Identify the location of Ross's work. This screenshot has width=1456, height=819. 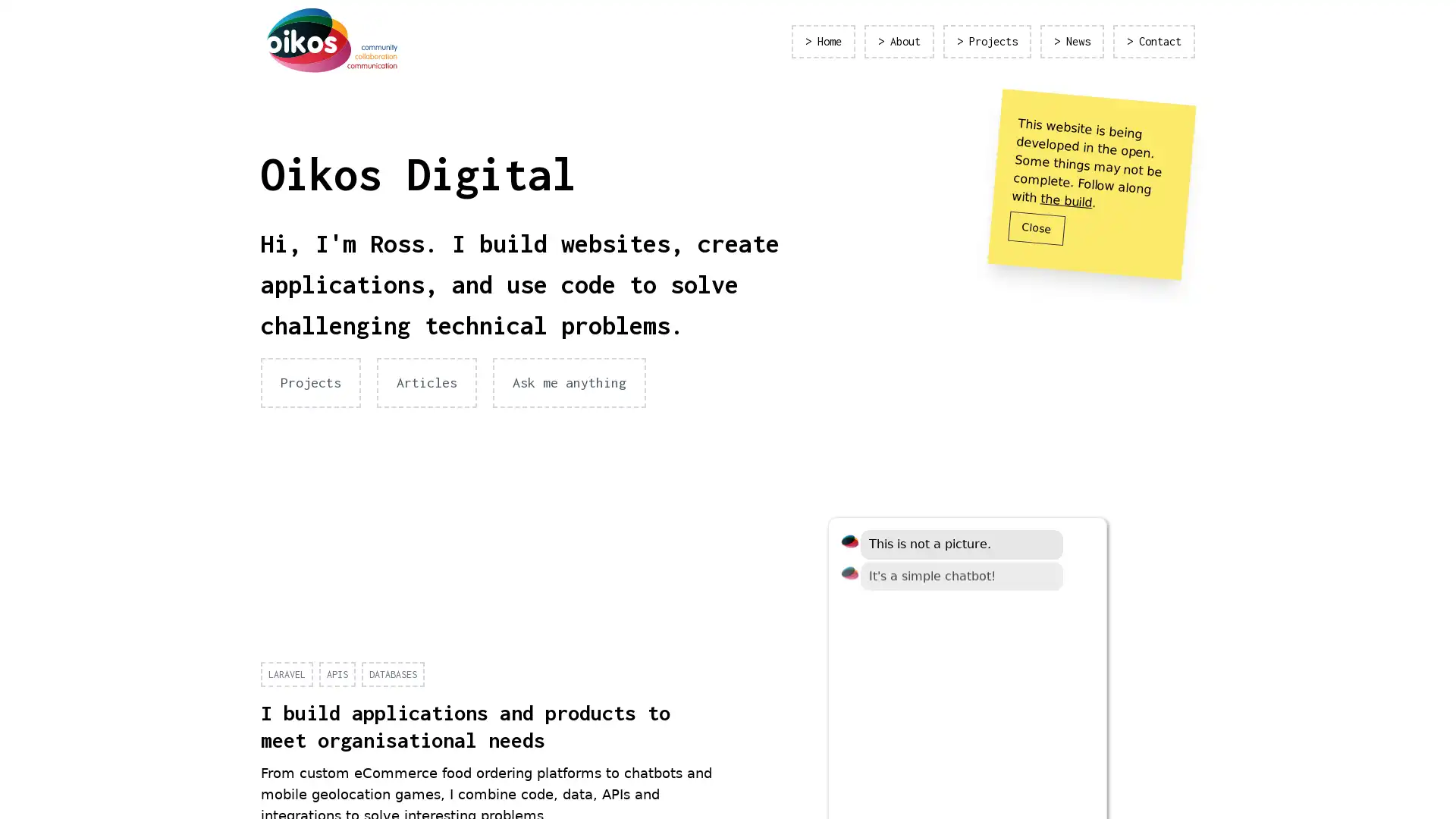
(899, 698).